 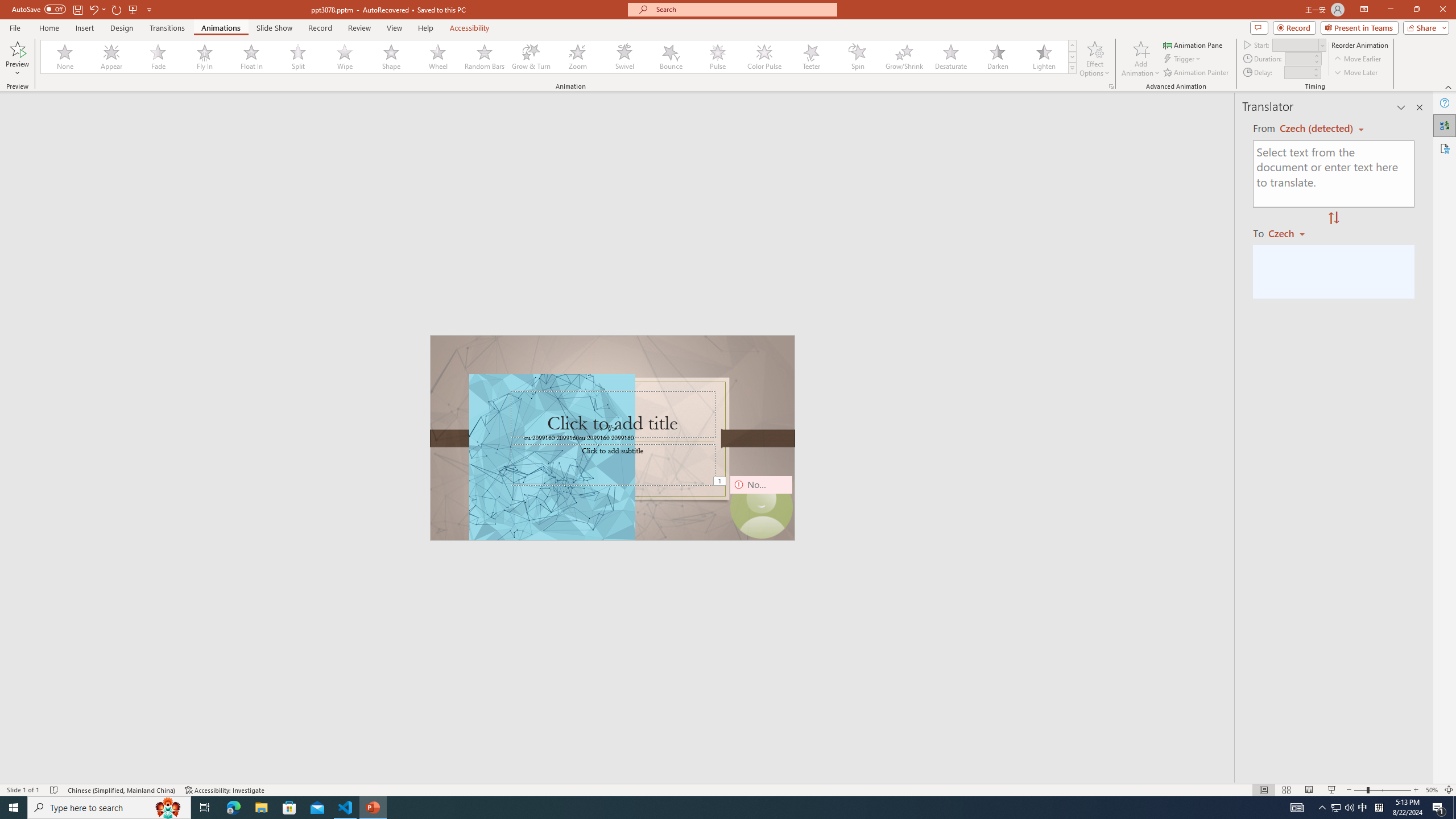 I want to click on 'Pulse', so click(x=717, y=56).